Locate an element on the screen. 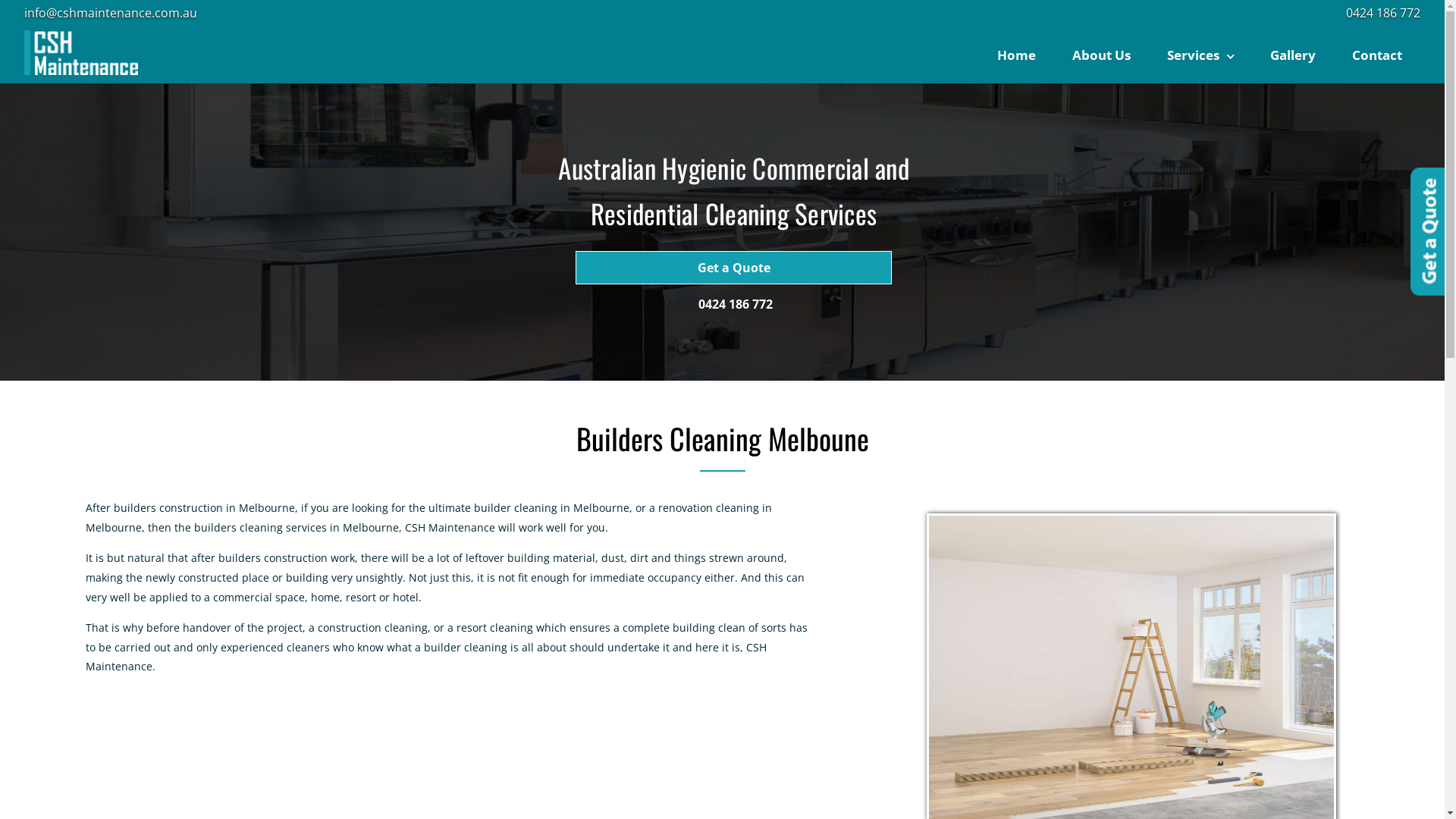  'Contact' is located at coordinates (1376, 54).